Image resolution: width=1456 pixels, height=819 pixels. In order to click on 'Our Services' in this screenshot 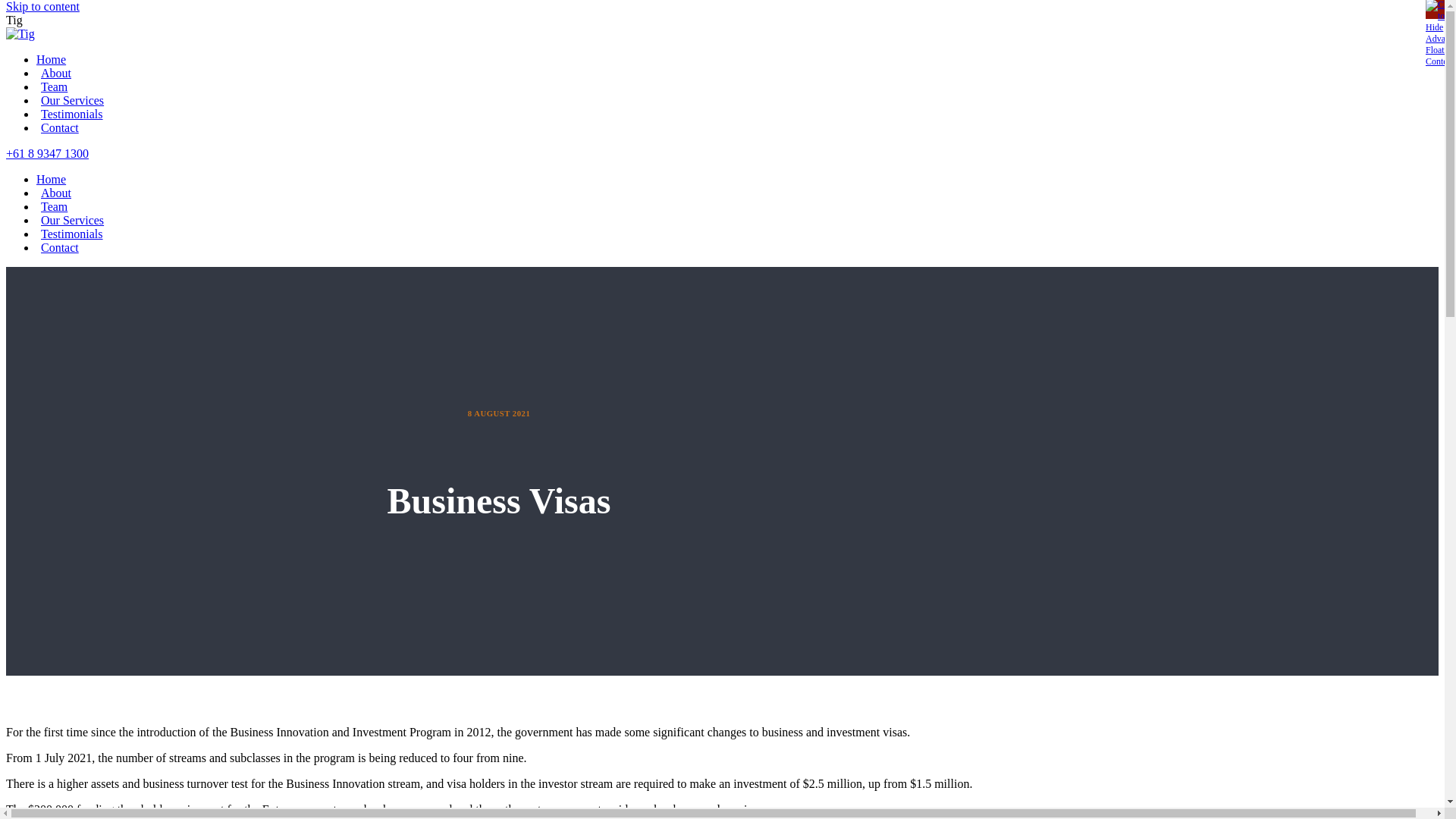, I will do `click(69, 100)`.